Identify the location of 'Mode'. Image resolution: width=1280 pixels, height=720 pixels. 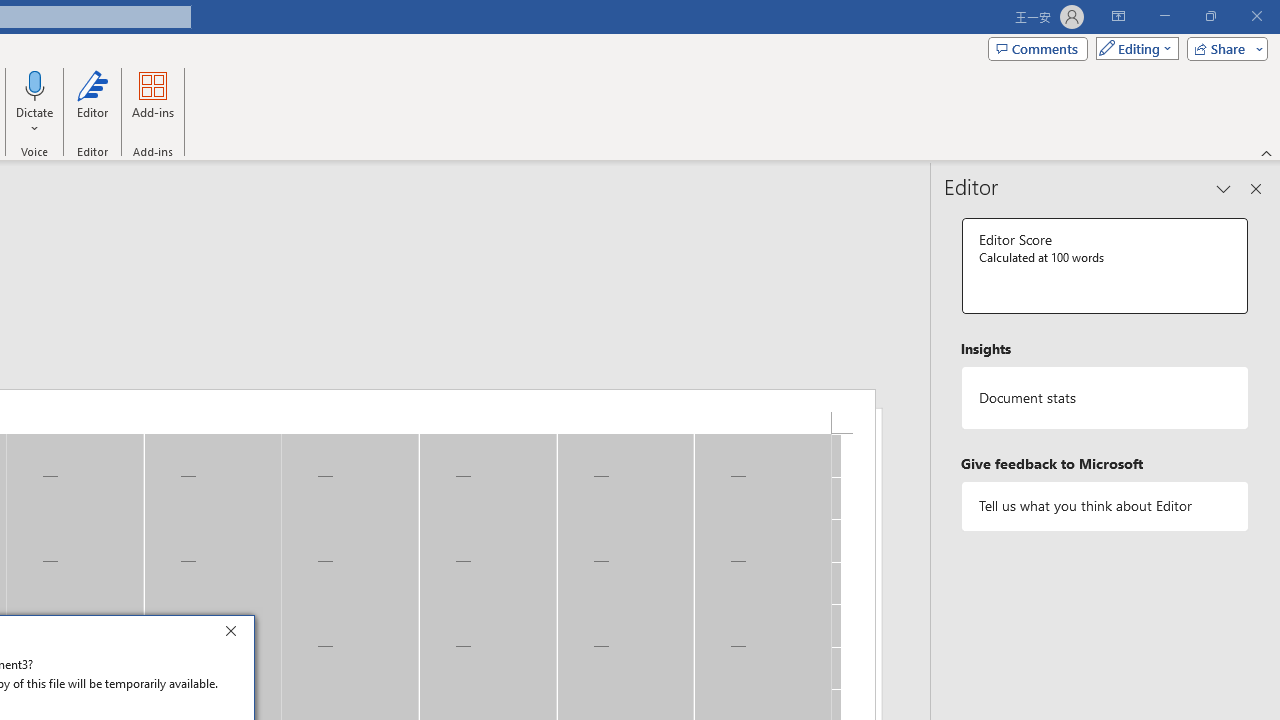
(1133, 47).